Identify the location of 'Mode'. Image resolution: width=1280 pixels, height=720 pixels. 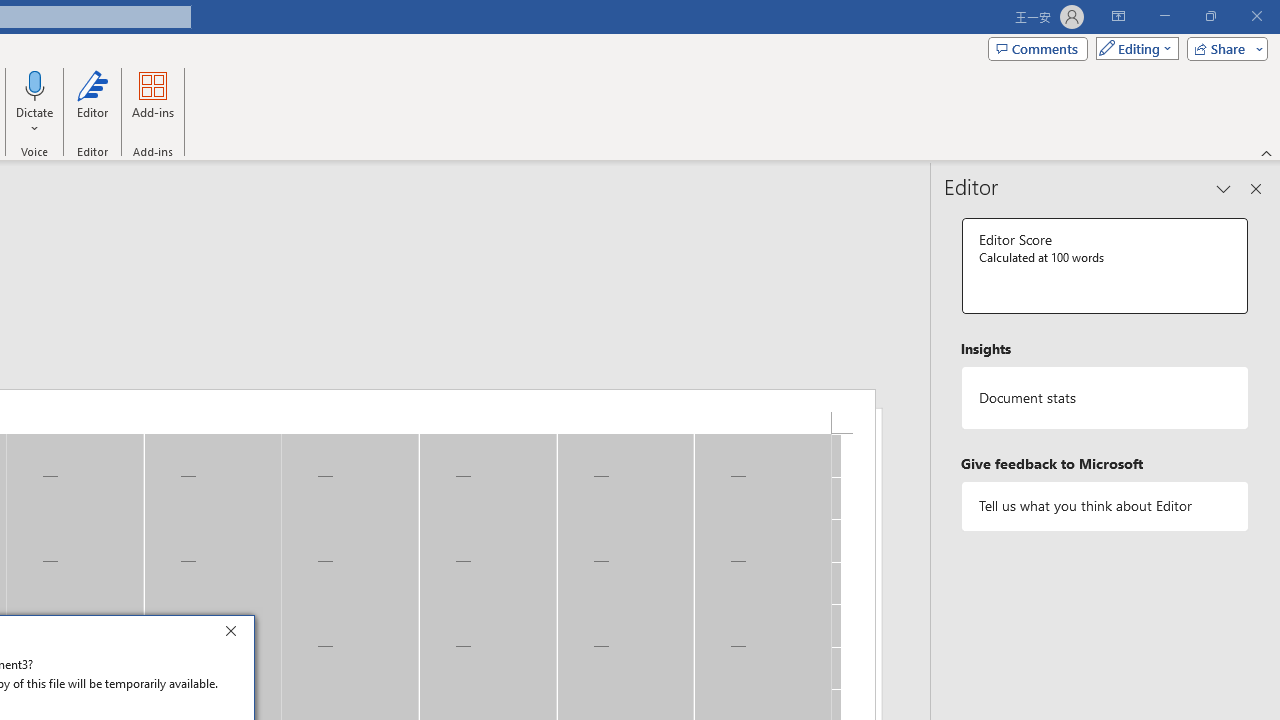
(1133, 47).